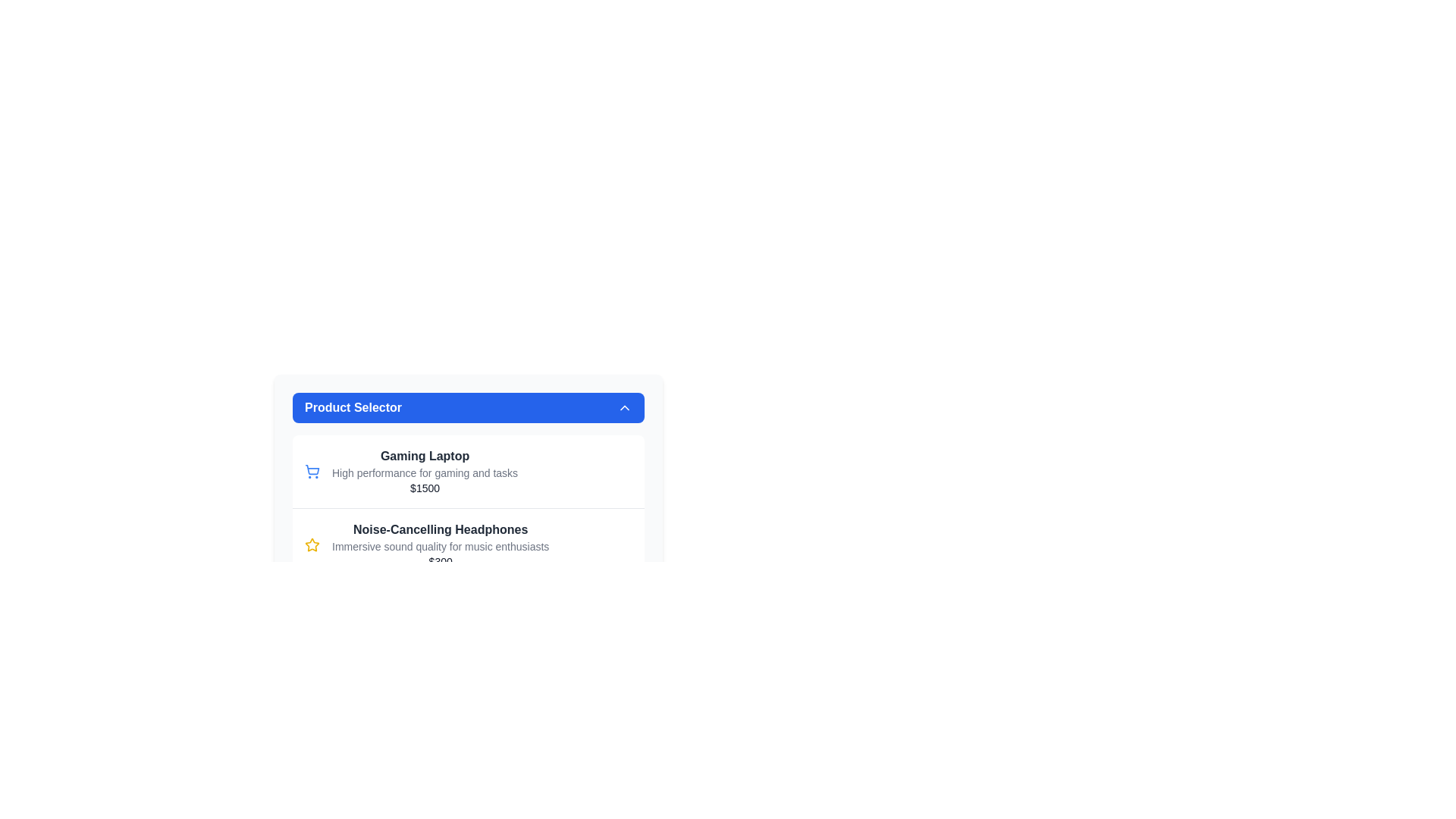  What do you see at coordinates (625, 406) in the screenshot?
I see `the chevron icon located at the right end of the 'Product Selector' header to trigger any potential effects, such as tooltips` at bounding box center [625, 406].